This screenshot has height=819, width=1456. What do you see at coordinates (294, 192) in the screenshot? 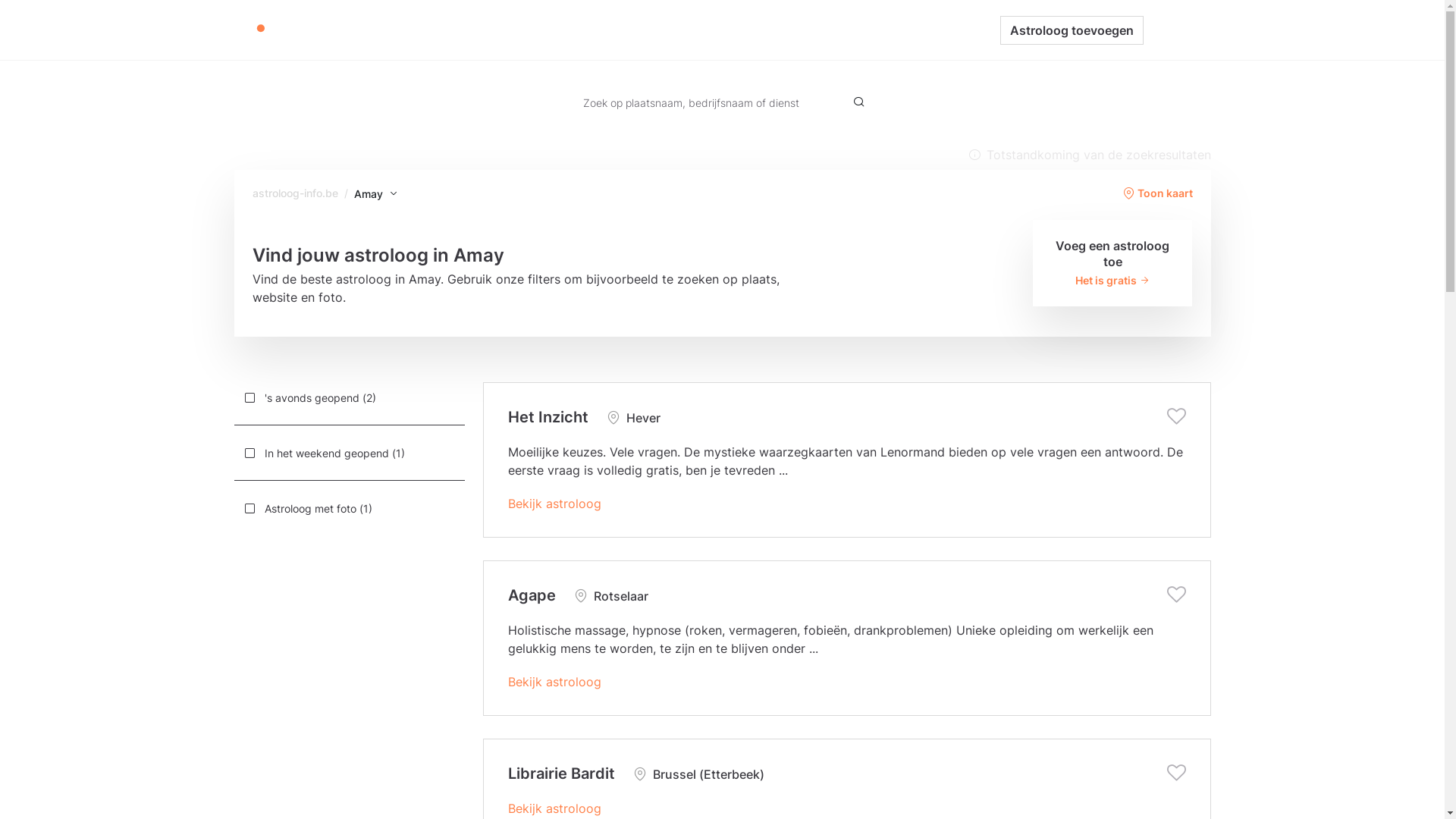
I see `'astroloog-info.be'` at bounding box center [294, 192].